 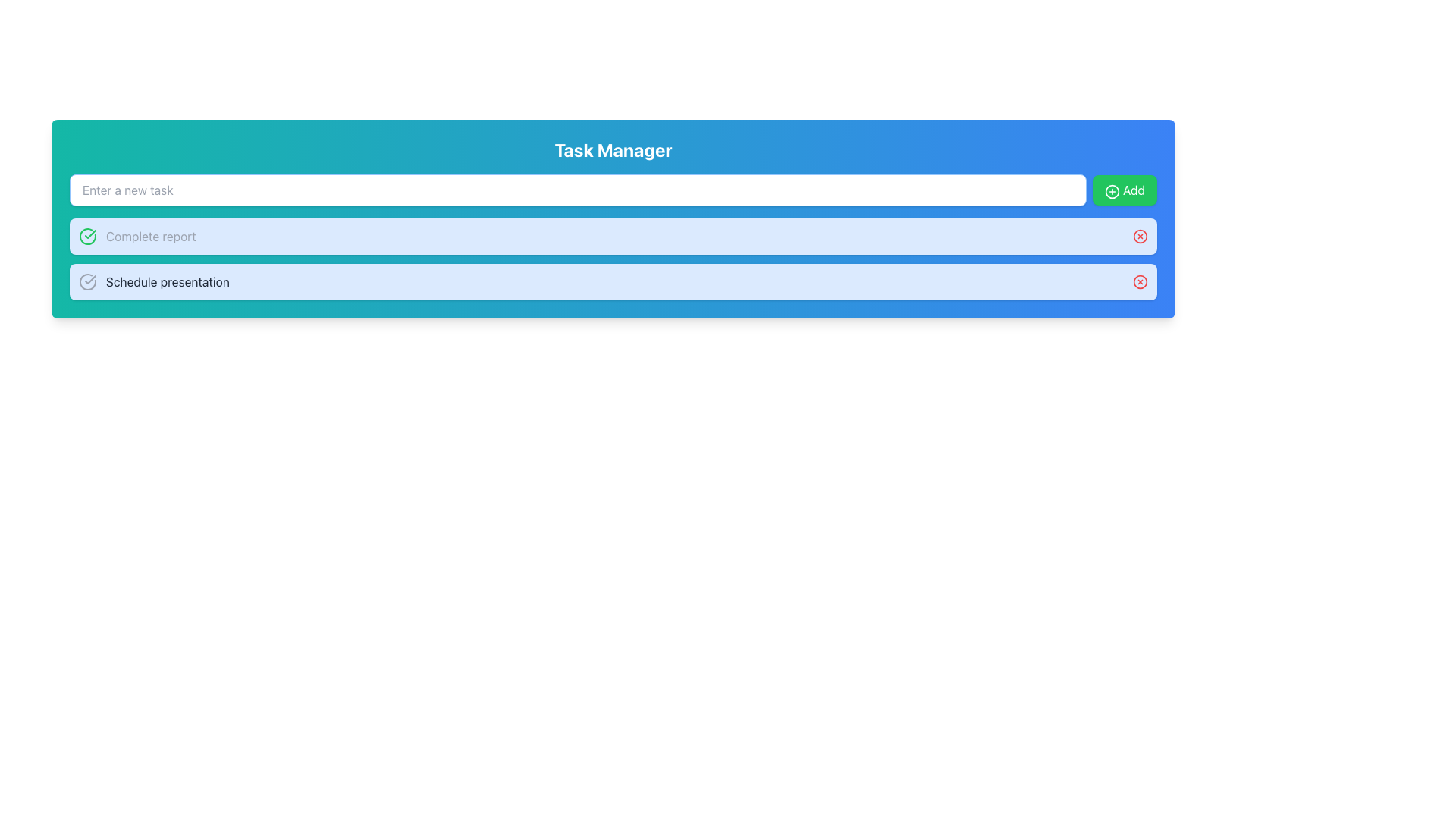 I want to click on the text label displaying the title of a task, which is the second item in a vertical list of tasks in the task manager interface, located below the task titled 'Complete report', so click(x=154, y=281).